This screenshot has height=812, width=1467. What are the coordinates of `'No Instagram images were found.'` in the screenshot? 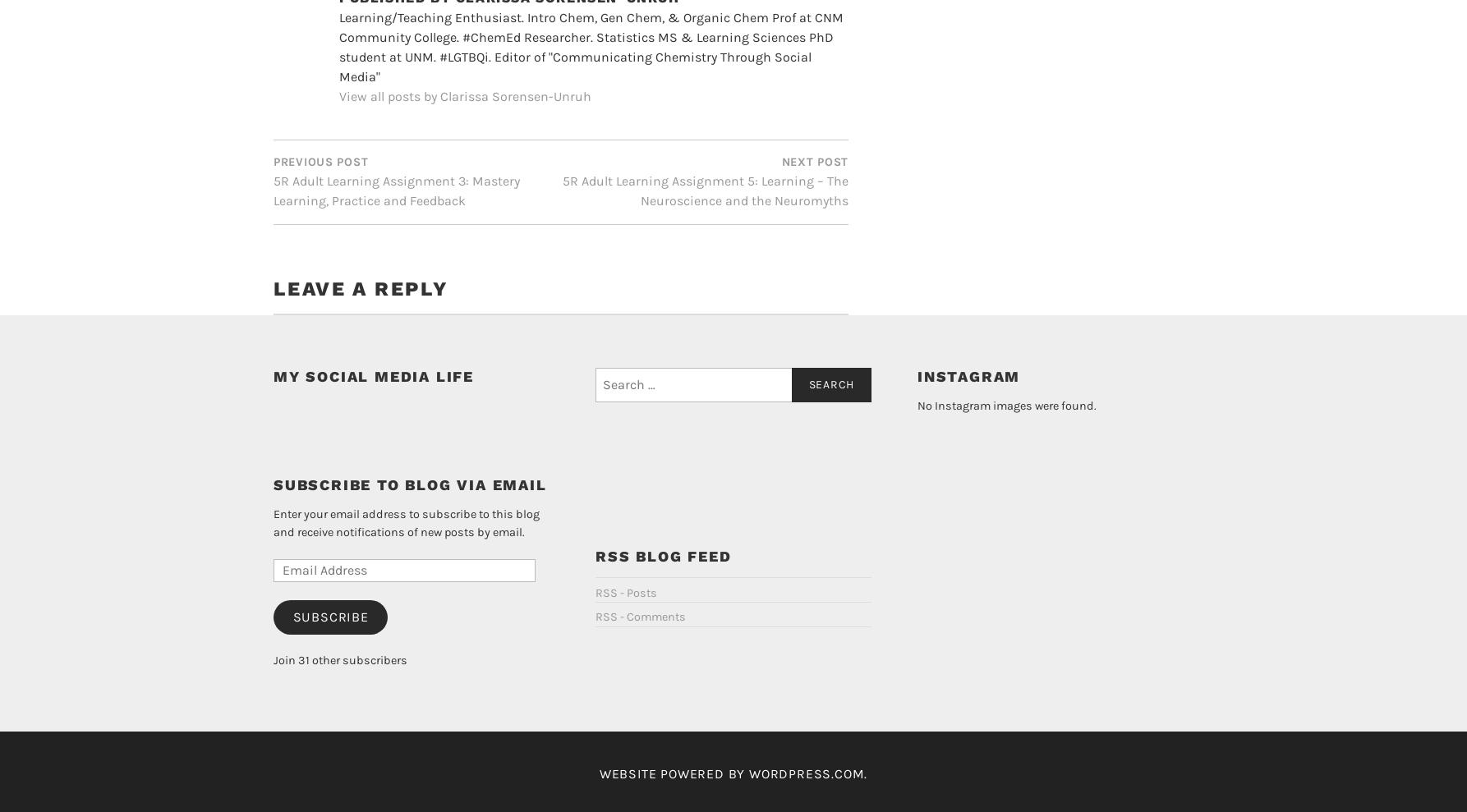 It's located at (916, 512).